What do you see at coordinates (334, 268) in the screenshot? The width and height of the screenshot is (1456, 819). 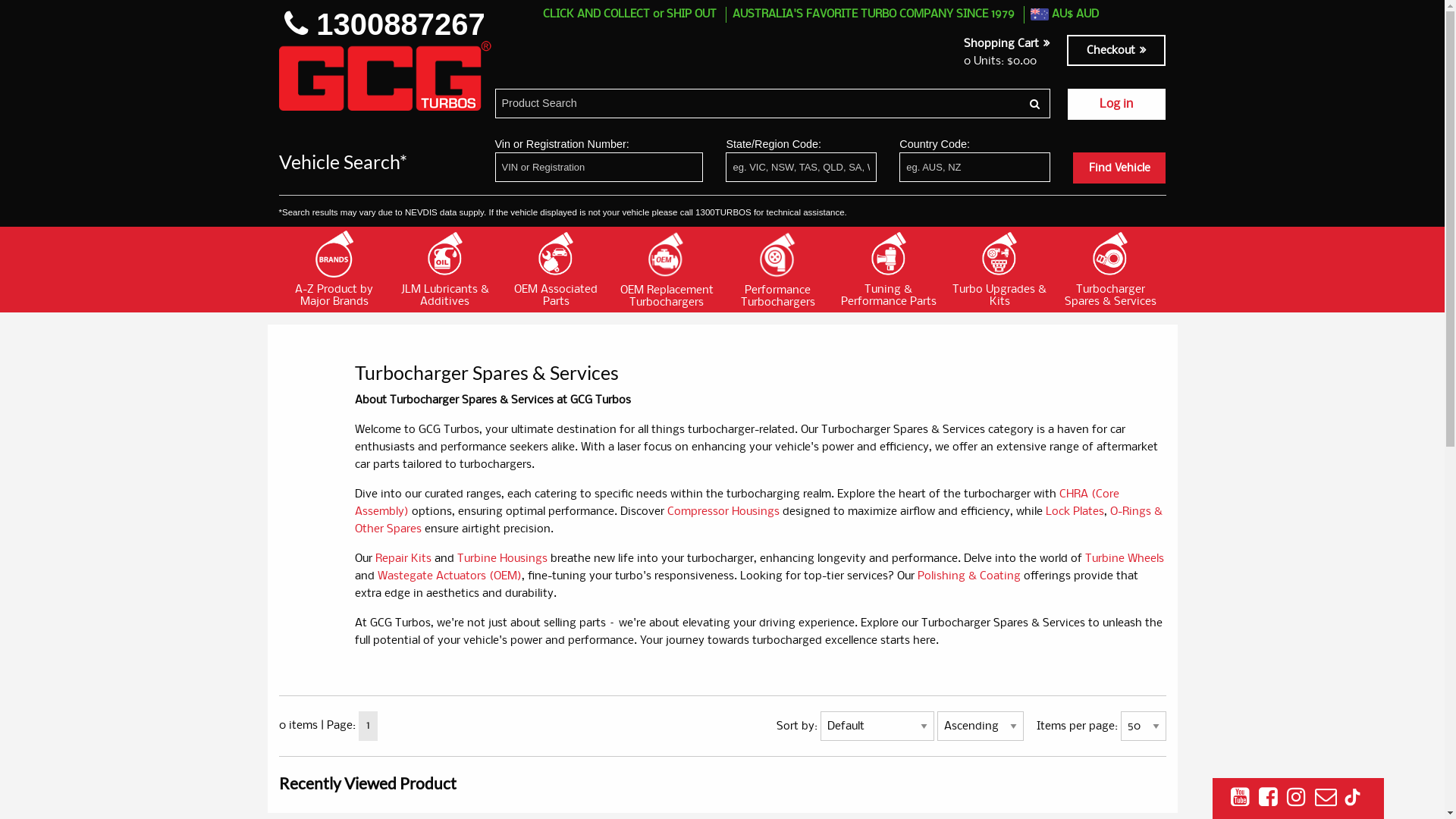 I see `'A-Z Product by Major Brands'` at bounding box center [334, 268].